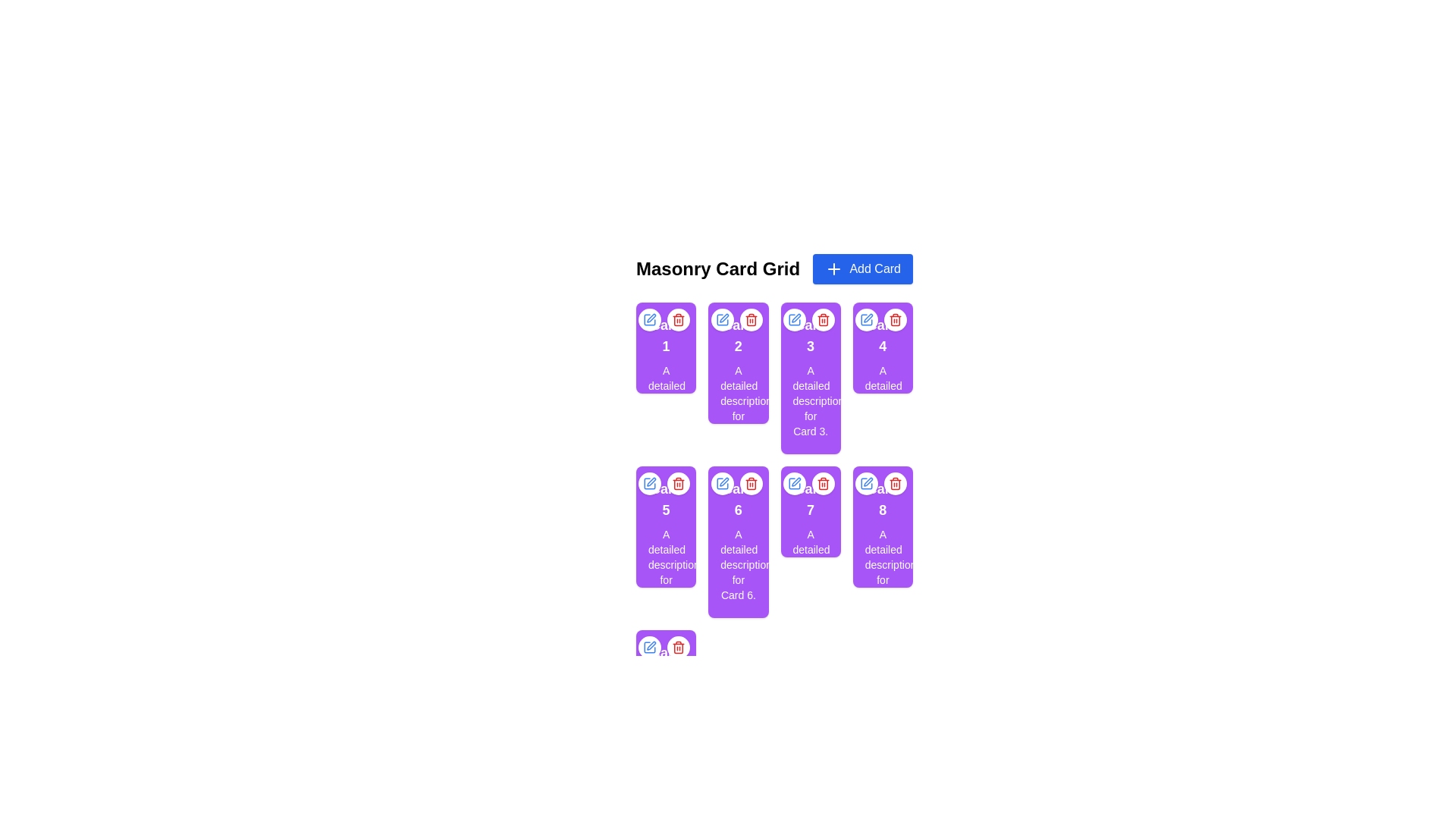 The width and height of the screenshot is (1456, 819). I want to click on the leftmost button in the top-right corner of the rectangular card labeled '6', so click(721, 483).